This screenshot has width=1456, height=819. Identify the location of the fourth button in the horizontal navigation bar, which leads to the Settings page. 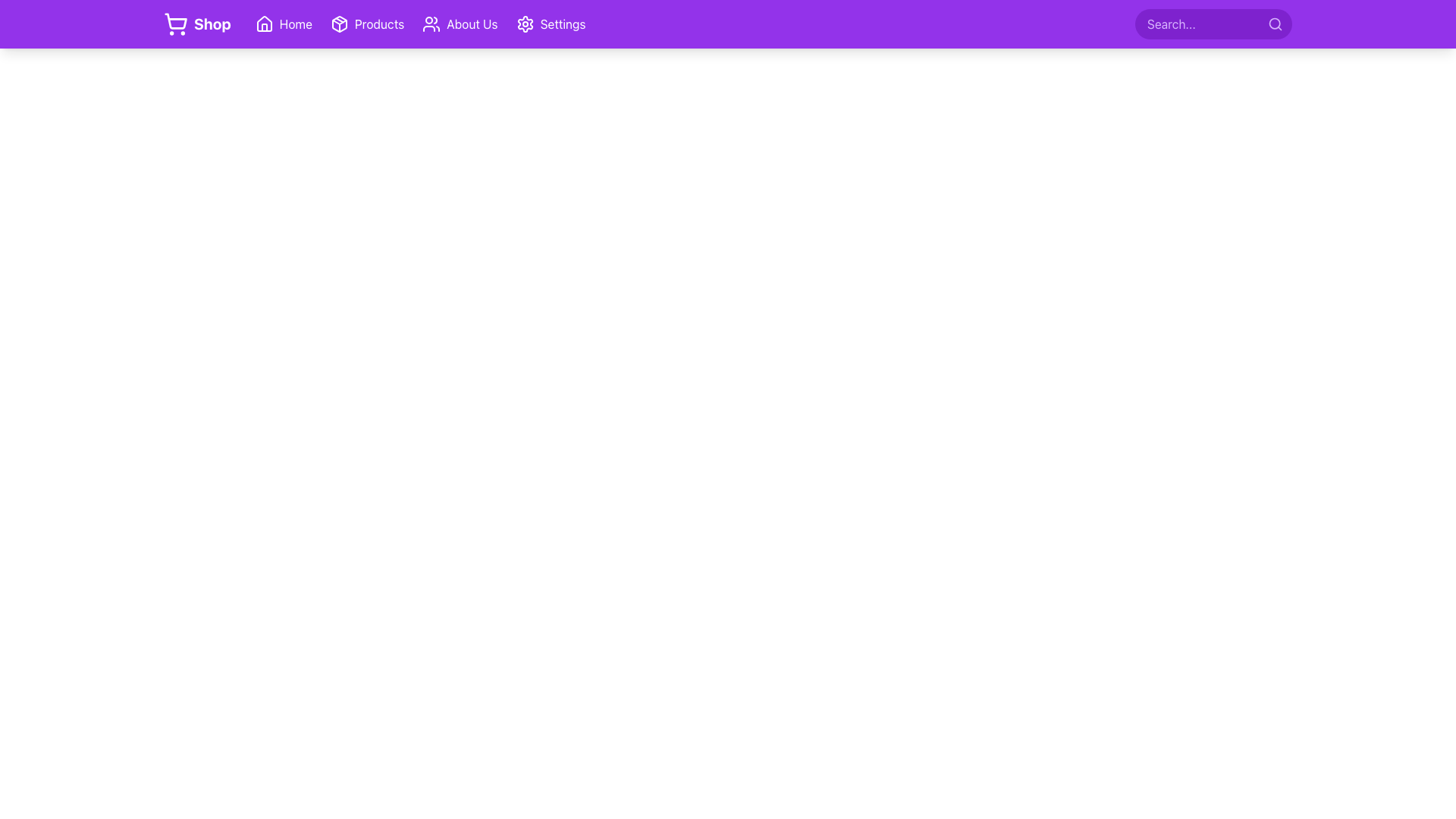
(550, 24).